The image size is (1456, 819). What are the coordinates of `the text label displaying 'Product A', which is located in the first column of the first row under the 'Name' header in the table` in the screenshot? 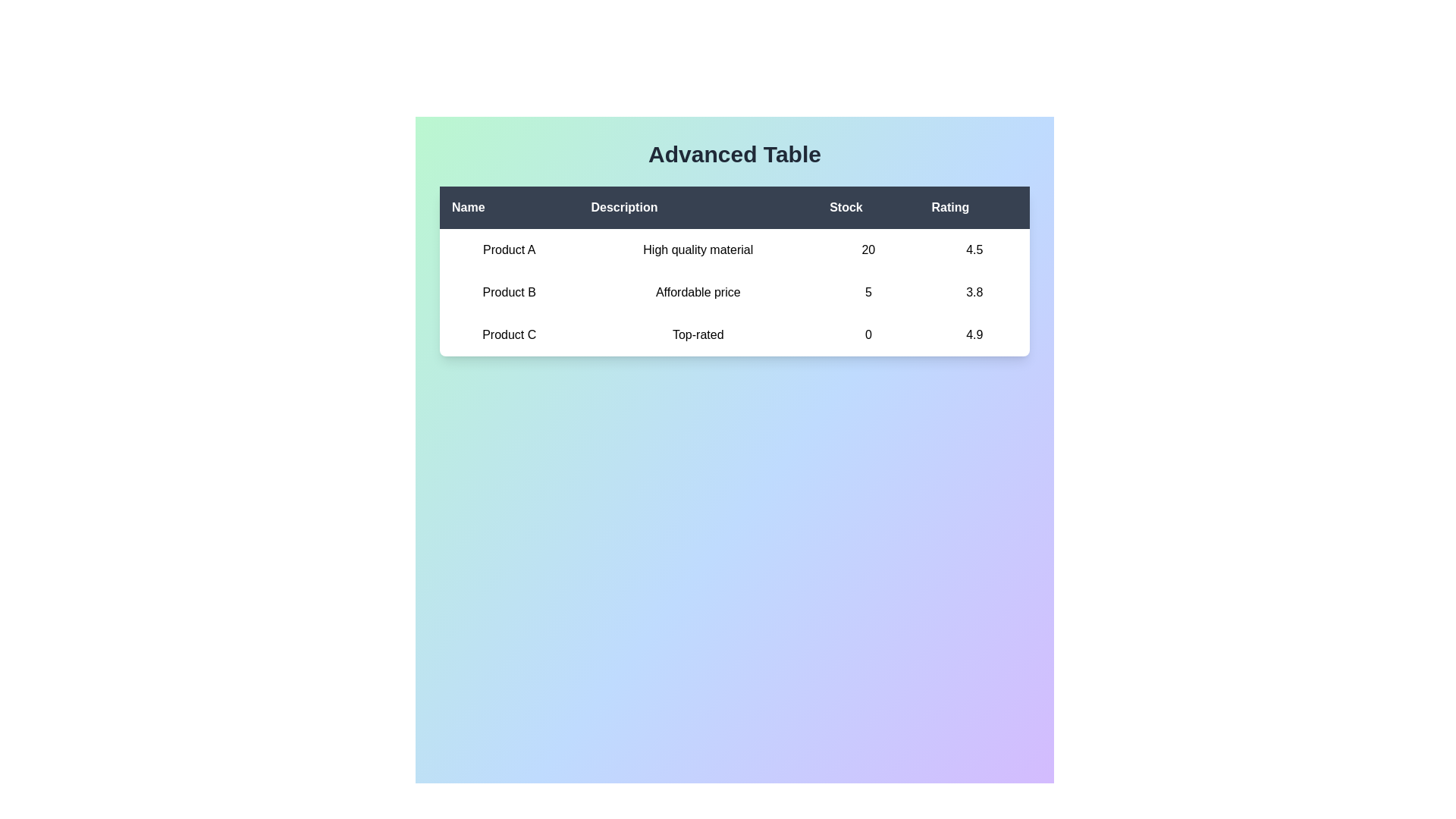 It's located at (509, 249).